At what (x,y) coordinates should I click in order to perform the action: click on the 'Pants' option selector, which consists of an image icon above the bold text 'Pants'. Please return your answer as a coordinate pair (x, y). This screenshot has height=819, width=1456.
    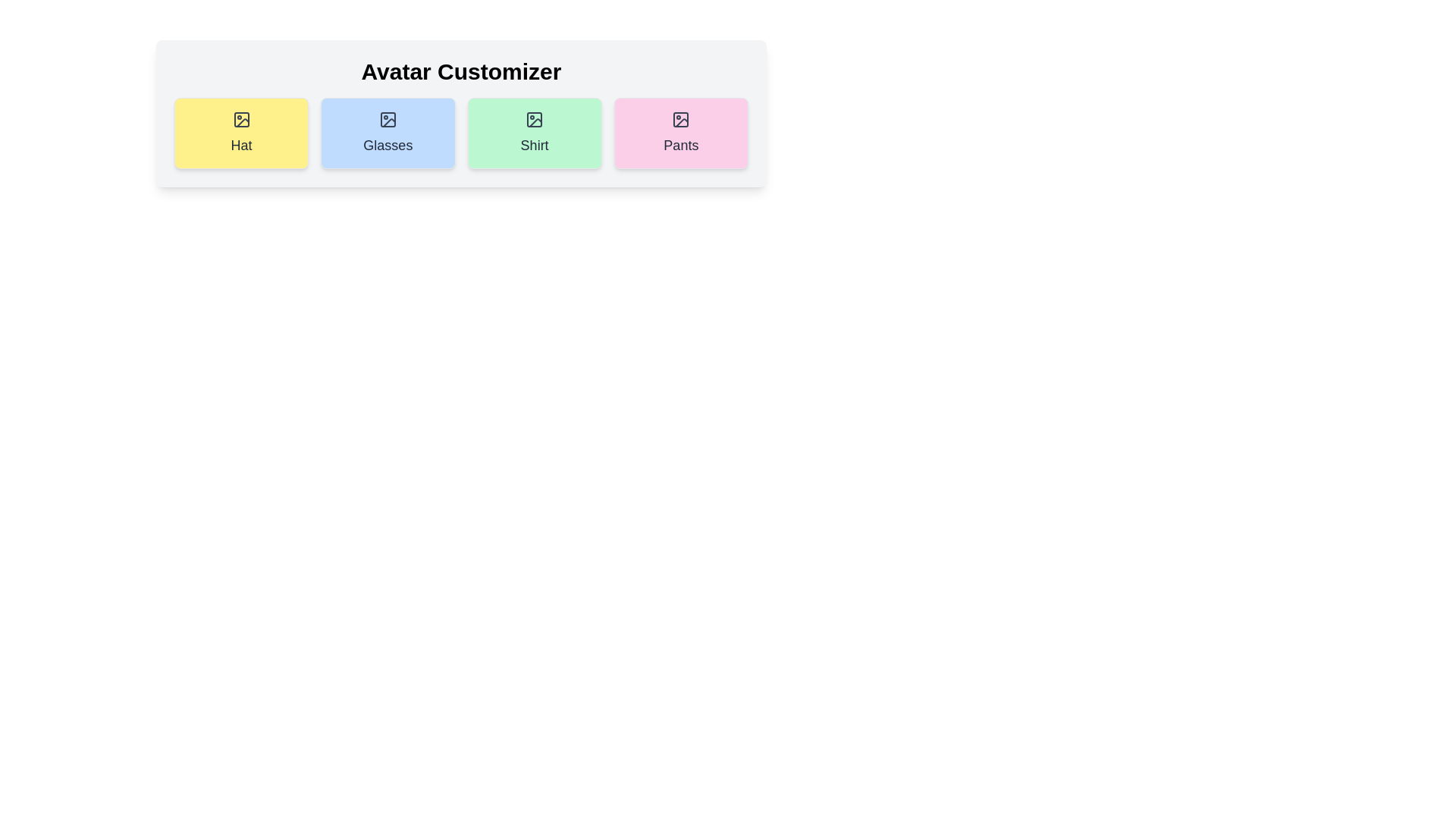
    Looking at the image, I should click on (680, 133).